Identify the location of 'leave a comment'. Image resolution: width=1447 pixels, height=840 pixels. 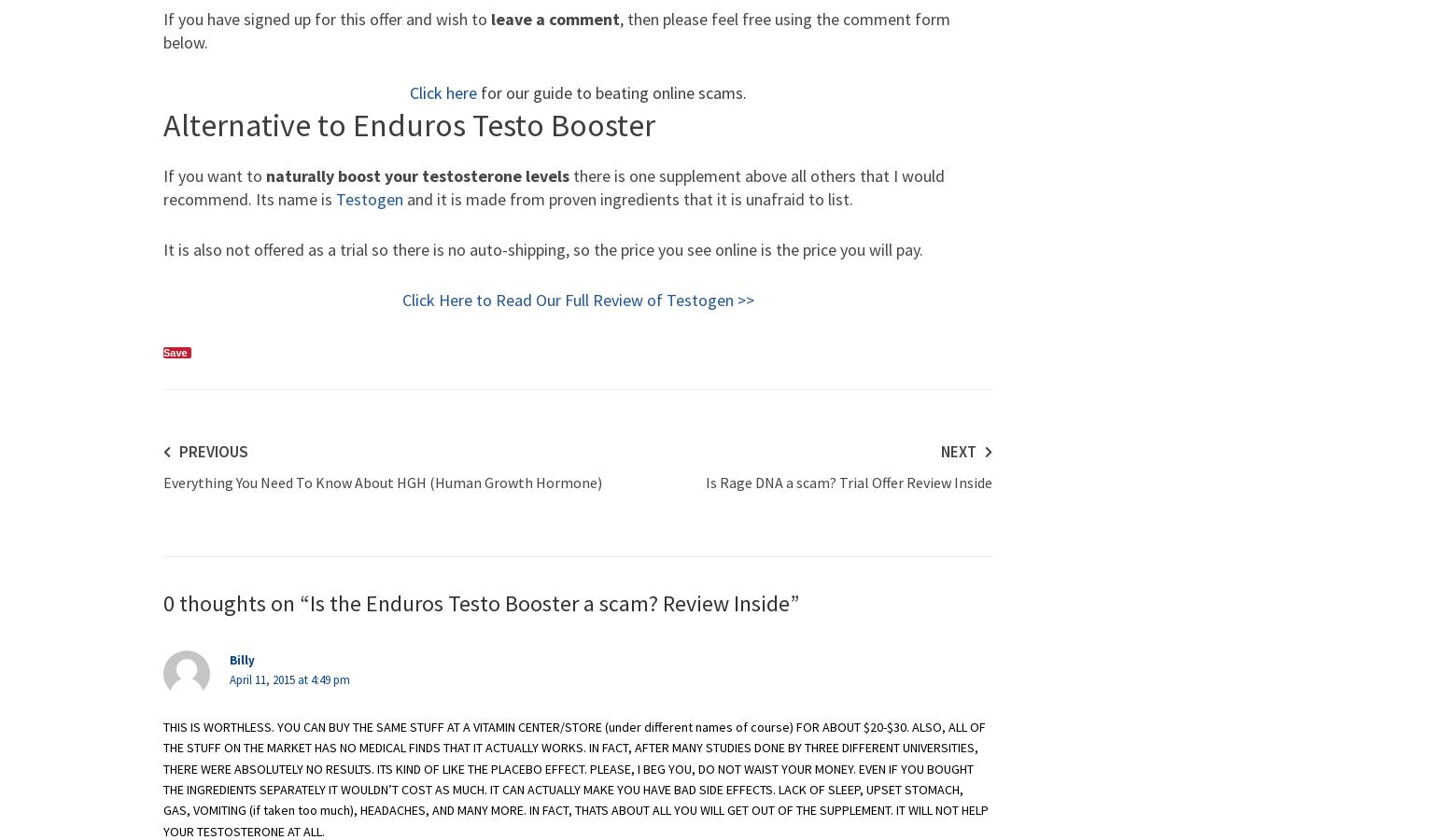
(490, 18).